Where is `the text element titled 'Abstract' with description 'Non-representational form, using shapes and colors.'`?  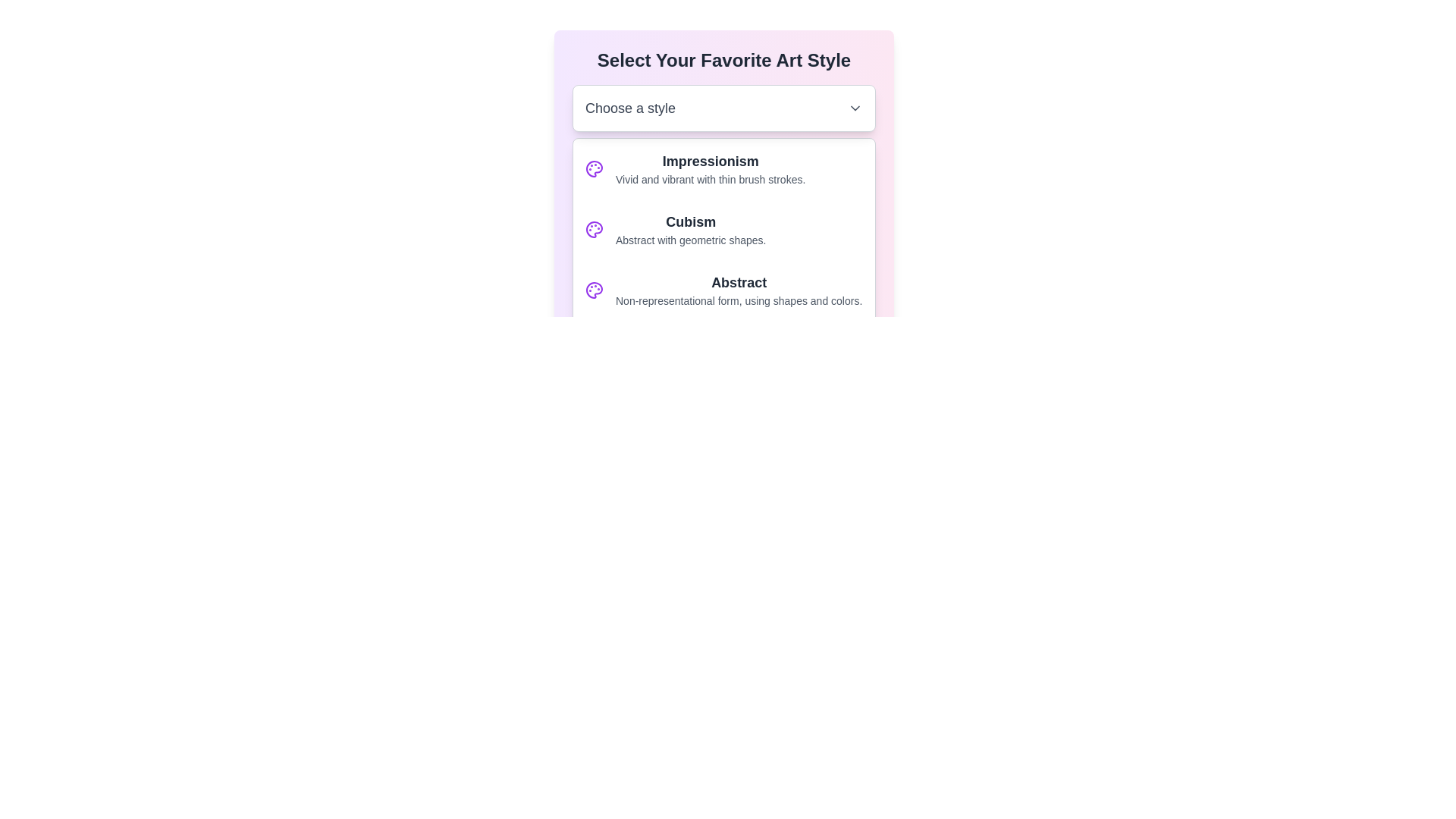
the text element titled 'Abstract' with description 'Non-representational form, using shapes and colors.' is located at coordinates (739, 290).